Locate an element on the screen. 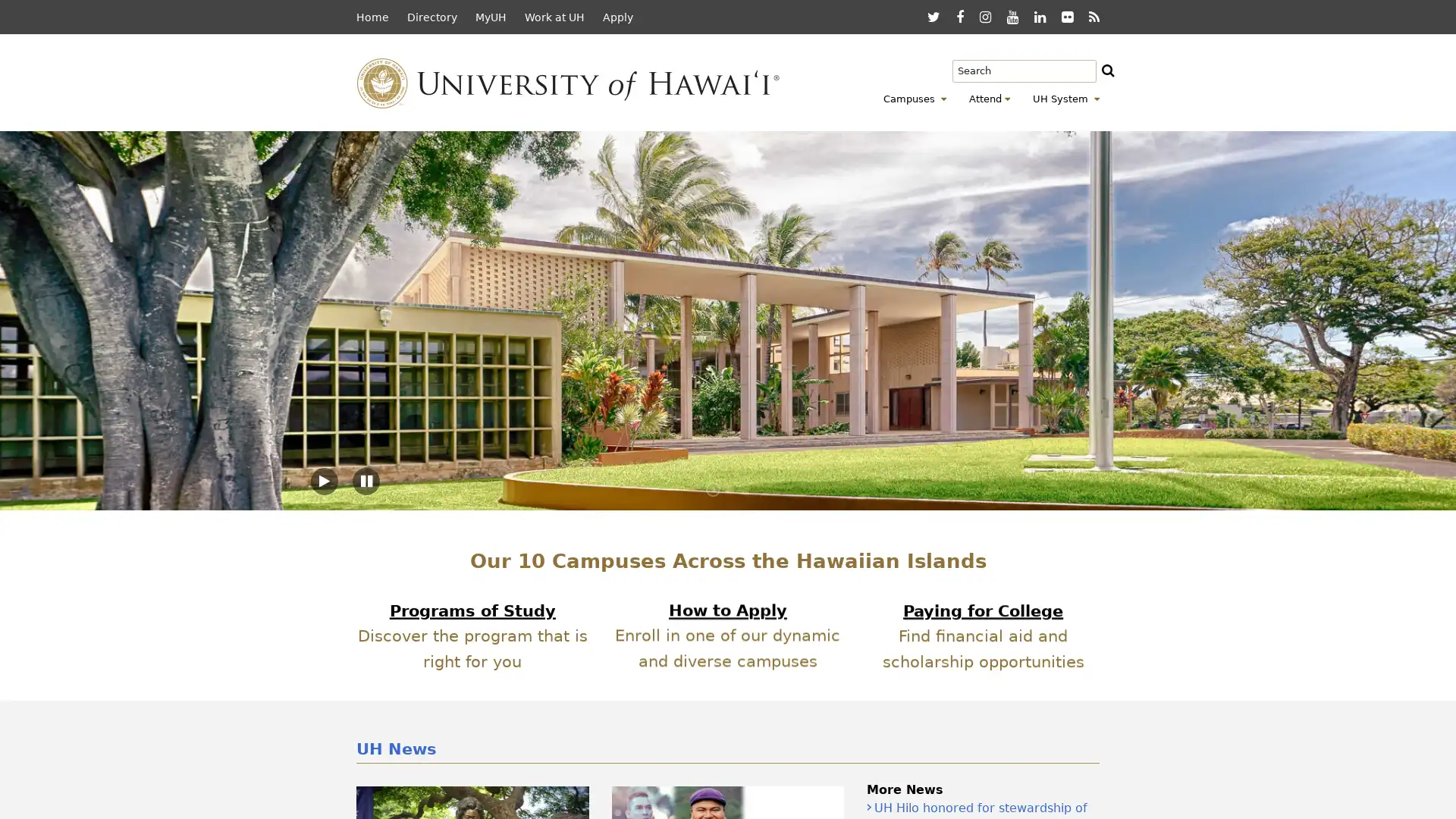  pause slider is located at coordinates (366, 482).